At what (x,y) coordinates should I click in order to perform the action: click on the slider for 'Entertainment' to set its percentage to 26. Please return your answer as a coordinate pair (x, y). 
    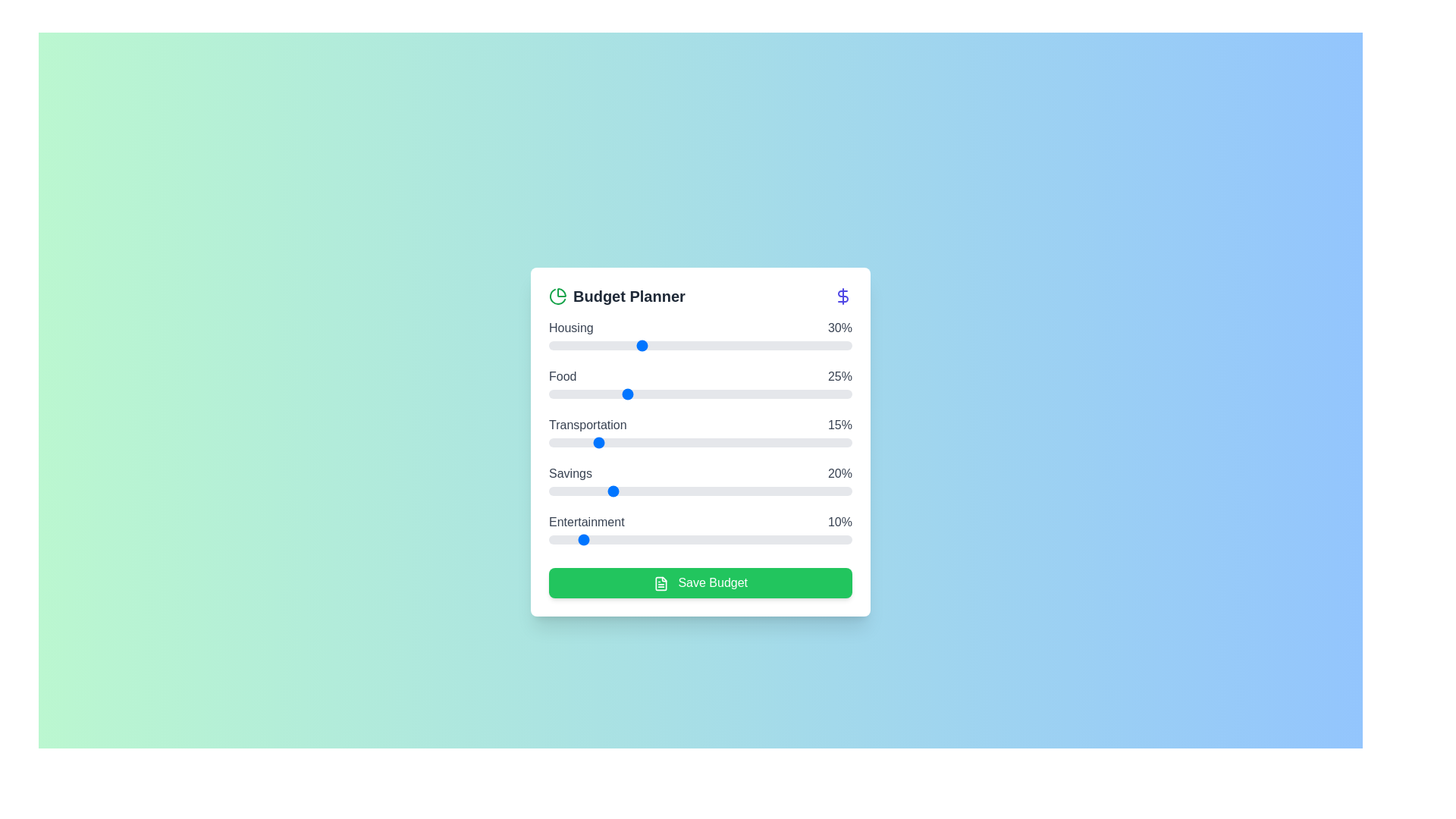
    Looking at the image, I should click on (628, 539).